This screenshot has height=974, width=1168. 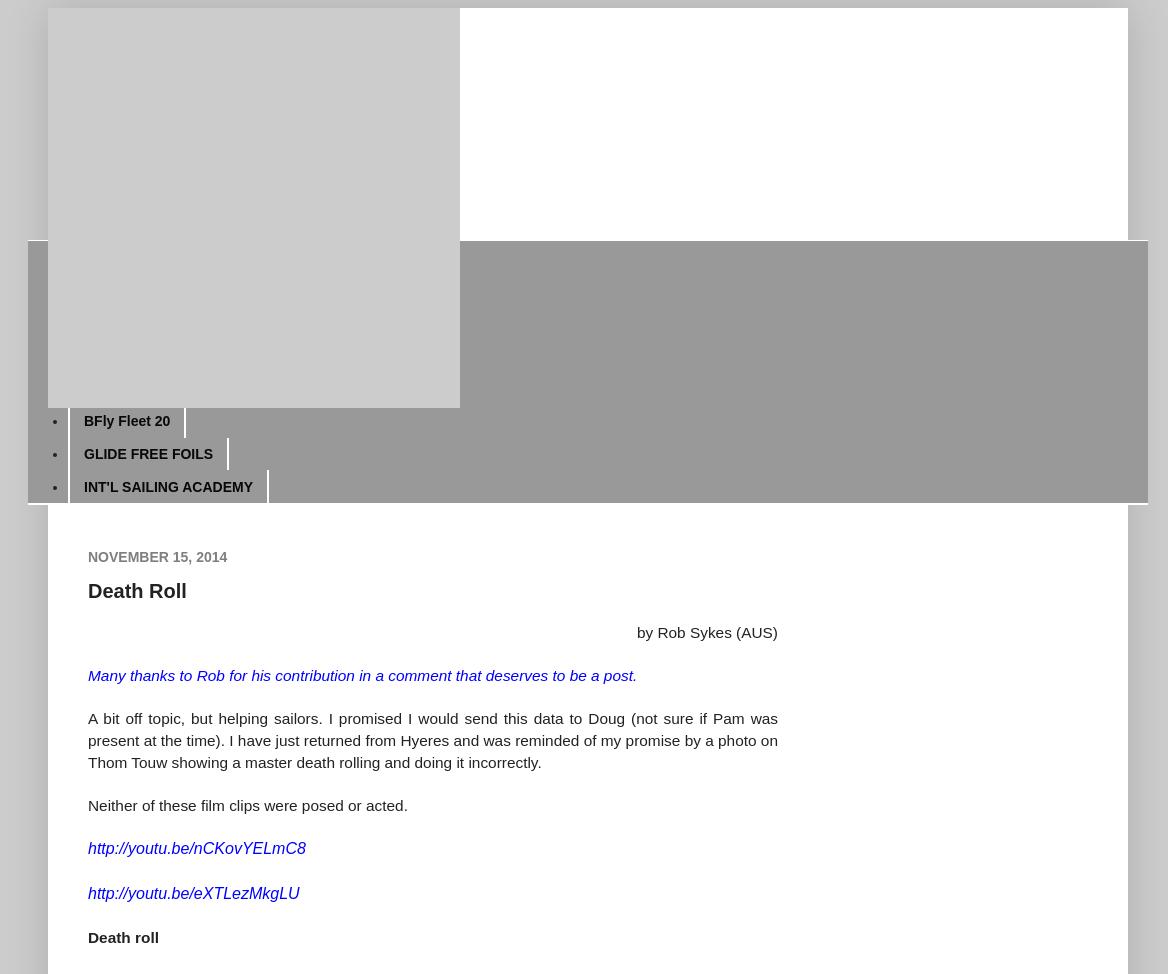 I want to click on 'GLIDE FREE FOILS', so click(x=82, y=452).